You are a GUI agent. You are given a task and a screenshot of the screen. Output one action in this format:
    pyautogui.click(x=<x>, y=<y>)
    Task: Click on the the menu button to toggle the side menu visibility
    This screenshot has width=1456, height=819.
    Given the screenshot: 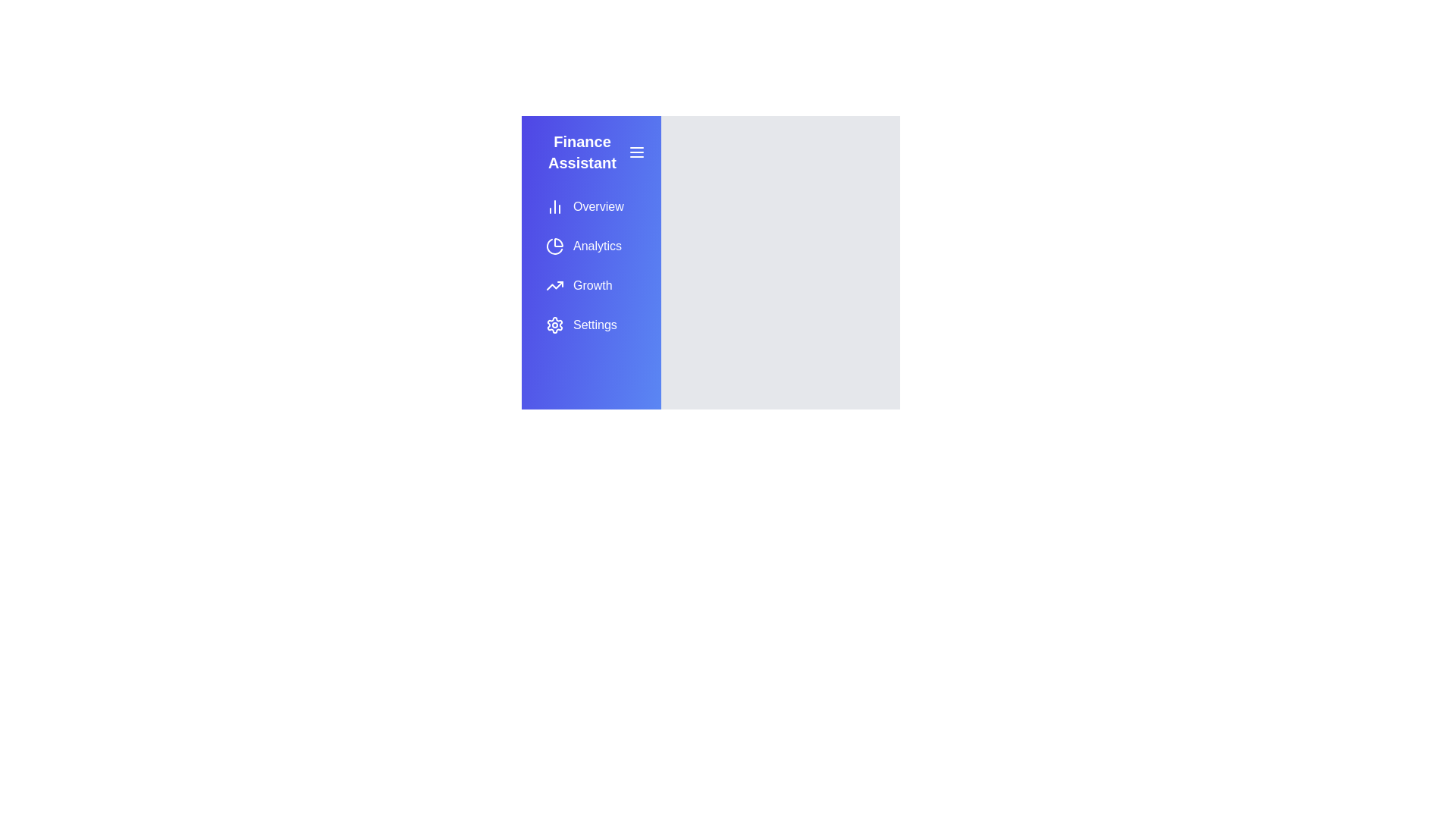 What is the action you would take?
    pyautogui.click(x=637, y=152)
    